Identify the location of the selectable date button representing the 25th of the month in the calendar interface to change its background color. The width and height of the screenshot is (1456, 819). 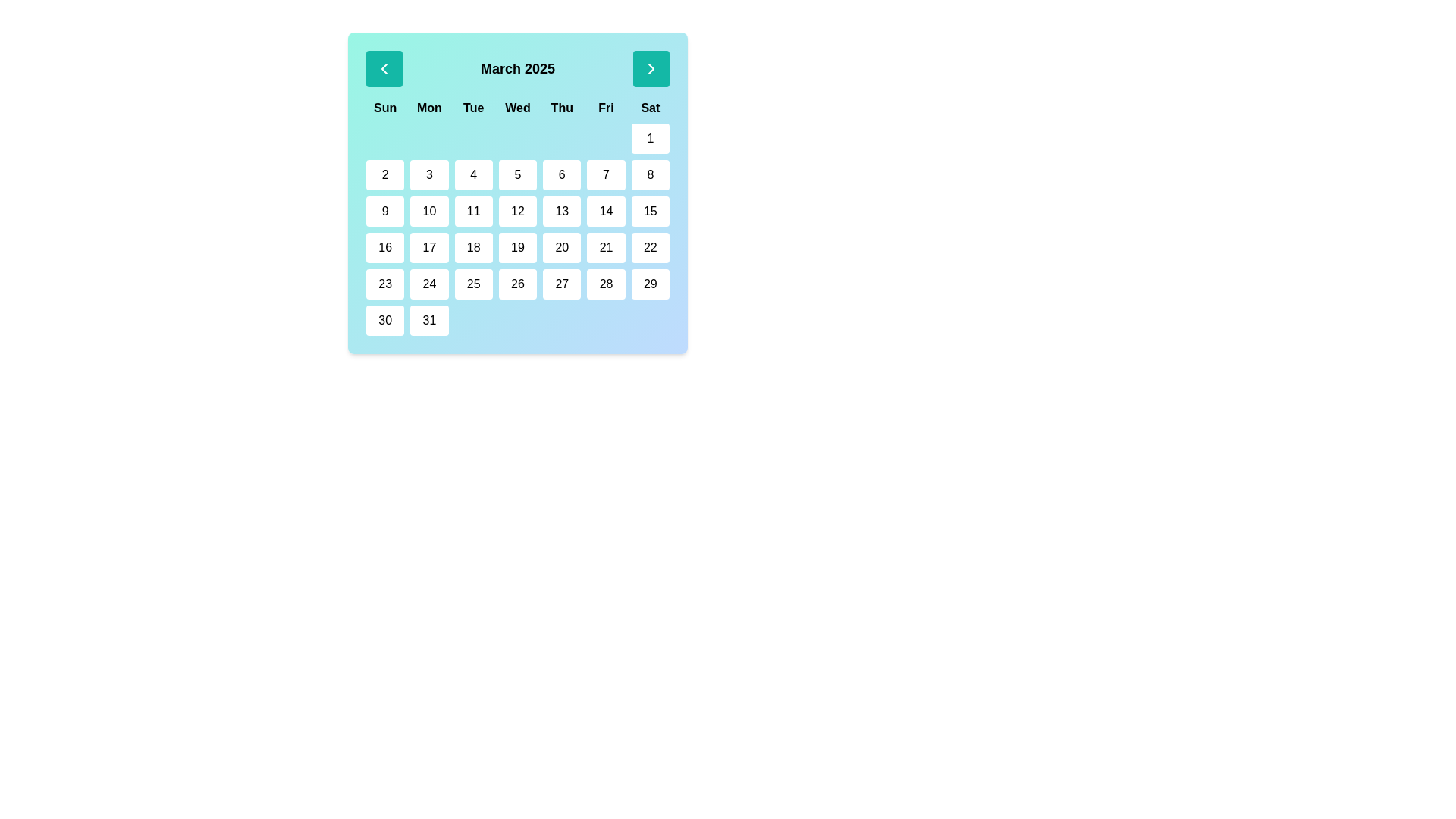
(472, 284).